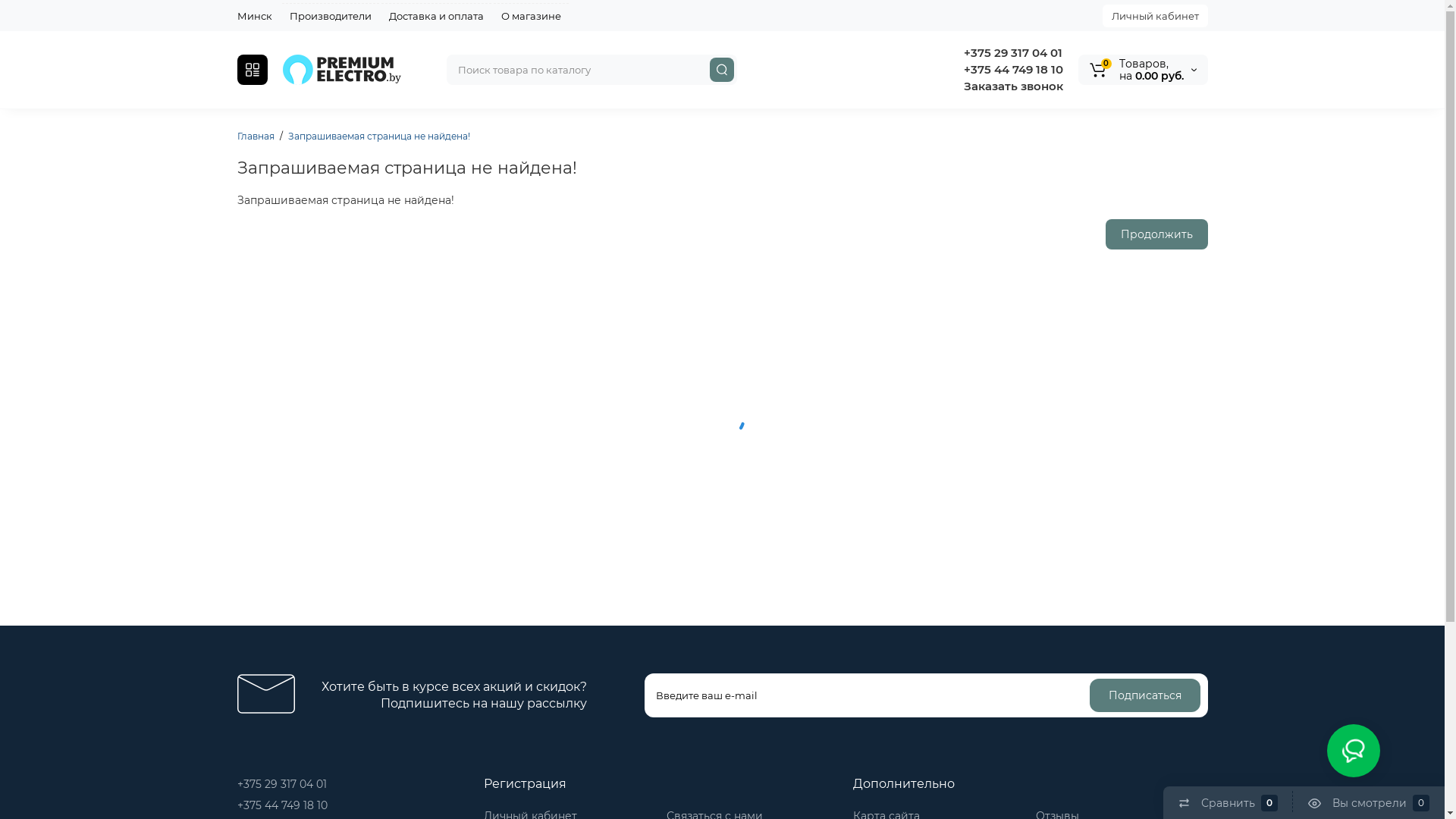  I want to click on '+375 44 749 18 10', so click(1011, 69).